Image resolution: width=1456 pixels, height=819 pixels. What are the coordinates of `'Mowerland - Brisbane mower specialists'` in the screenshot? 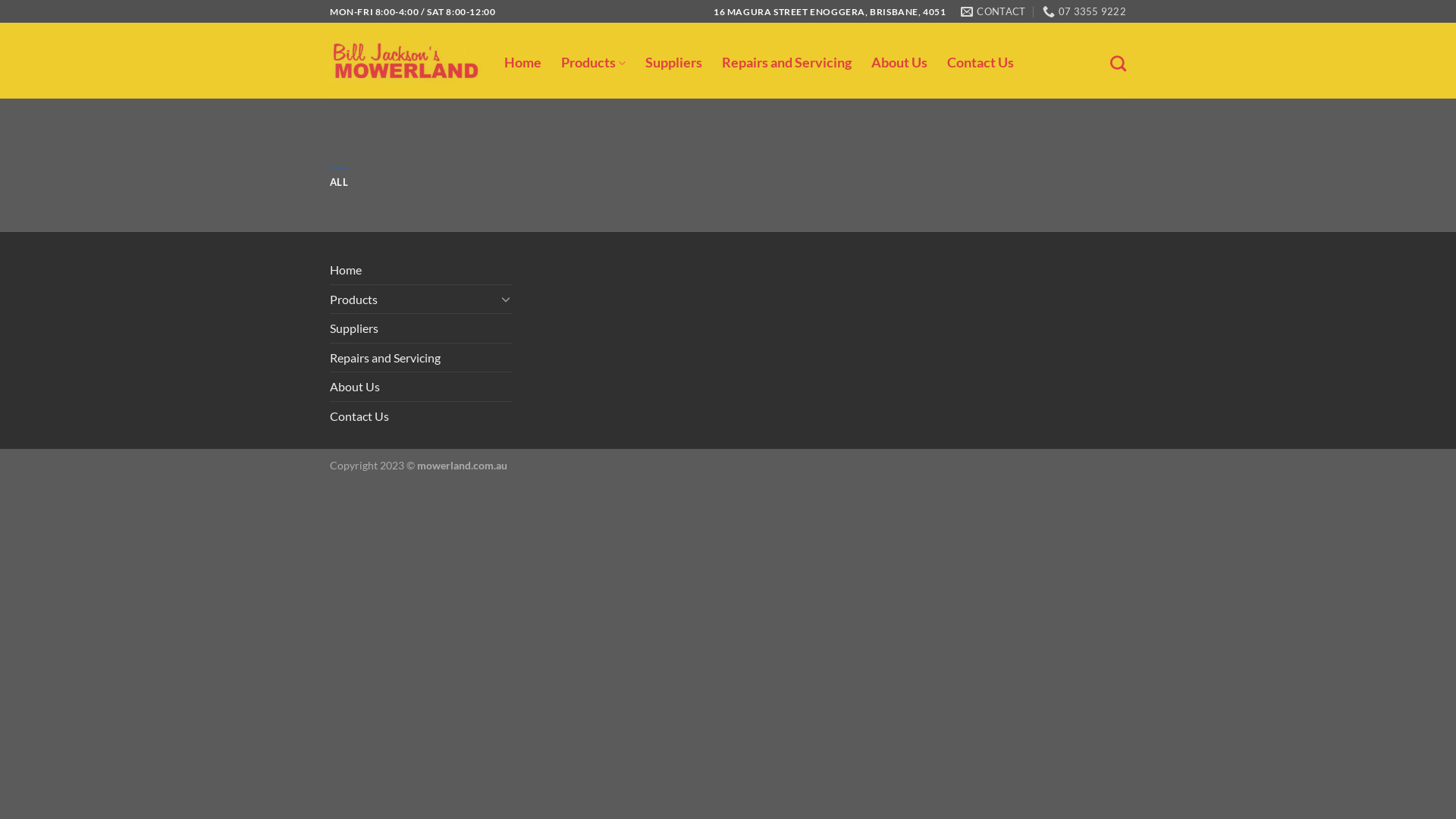 It's located at (405, 60).